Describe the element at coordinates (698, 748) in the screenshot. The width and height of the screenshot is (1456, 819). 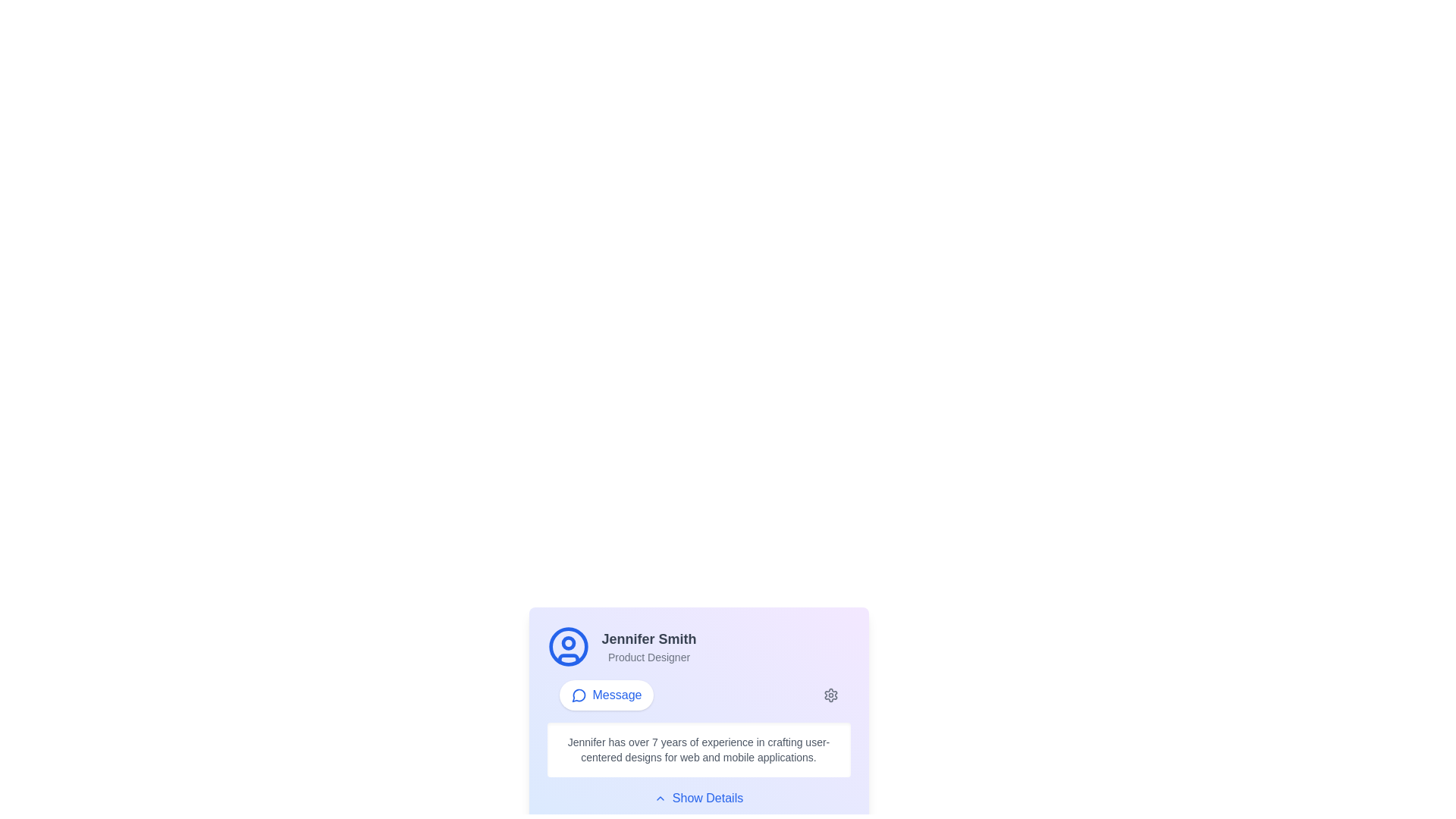
I see `text block containing Jennifer's professional expertise, which is located at the bottom of the main profile card, below the 'Message' button and above the 'Show Details' link` at that location.